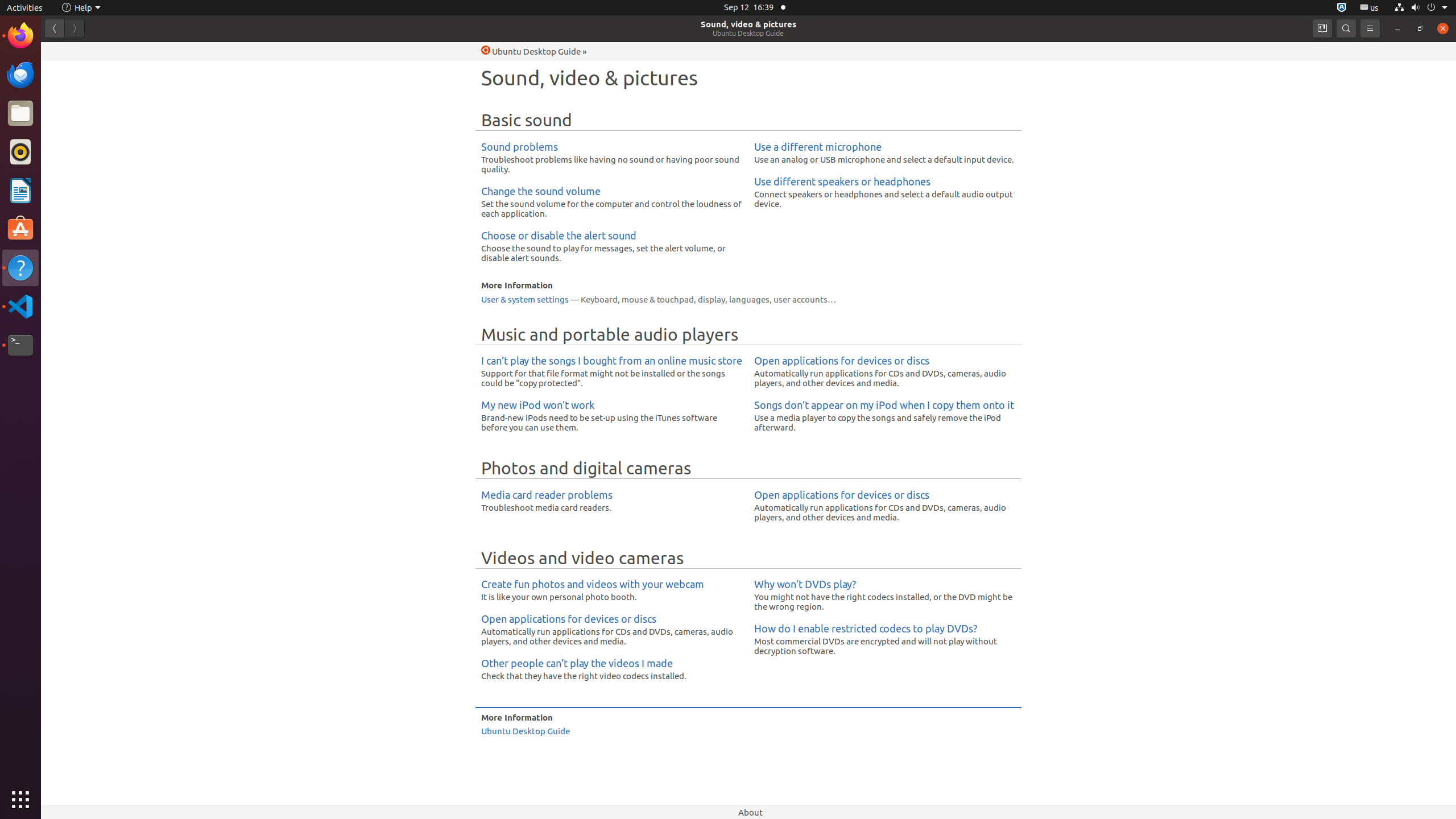 Image resolution: width=1456 pixels, height=819 pixels. Describe the element at coordinates (611, 416) in the screenshot. I see `'My new iPod won’t work Brand-new iPods need to be set-up using the iTunes software before you can use them.'` at that location.